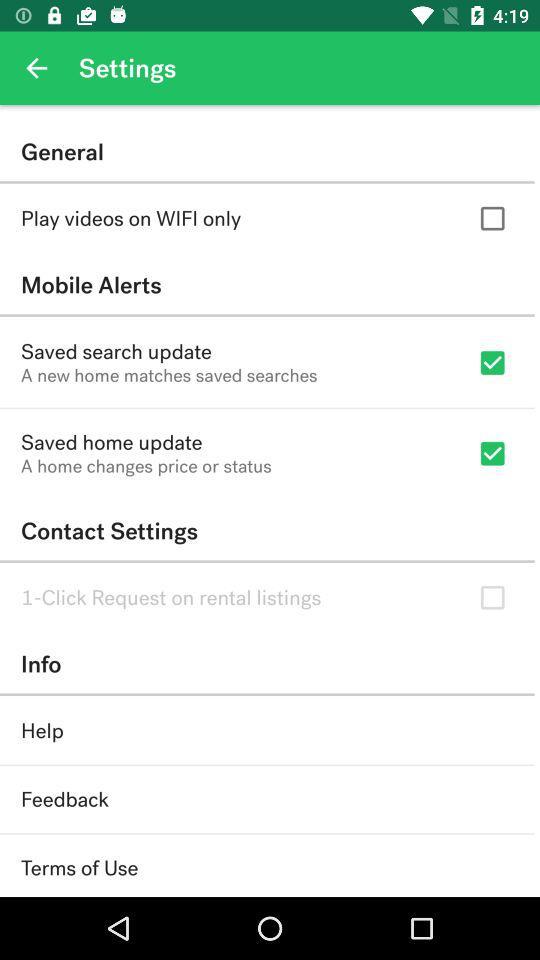 The height and width of the screenshot is (960, 540). Describe the element at coordinates (171, 597) in the screenshot. I see `1 click request` at that location.